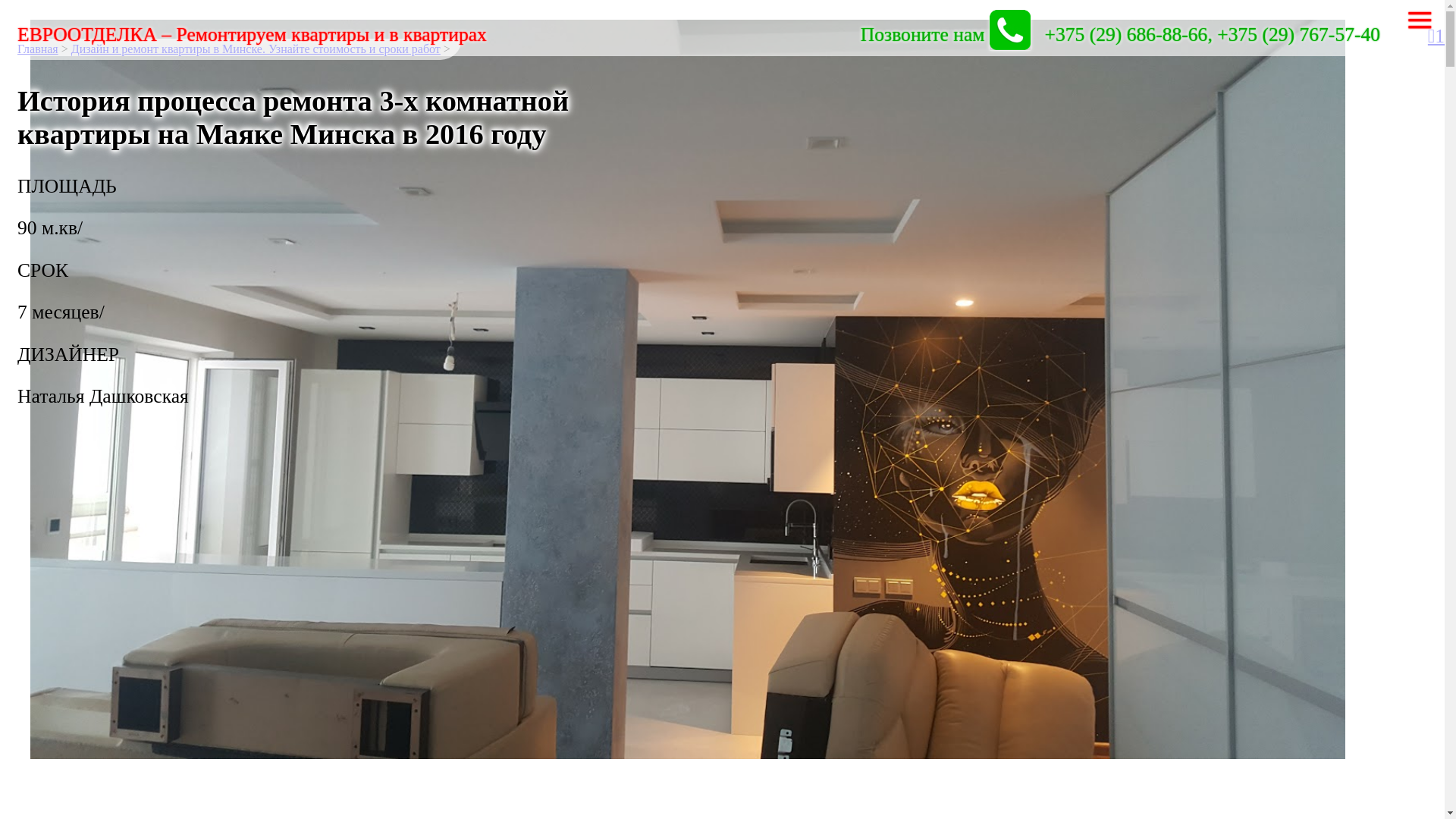  Describe the element at coordinates (1126, 34) in the screenshot. I see `'+375 (29) 686-88-66'` at that location.